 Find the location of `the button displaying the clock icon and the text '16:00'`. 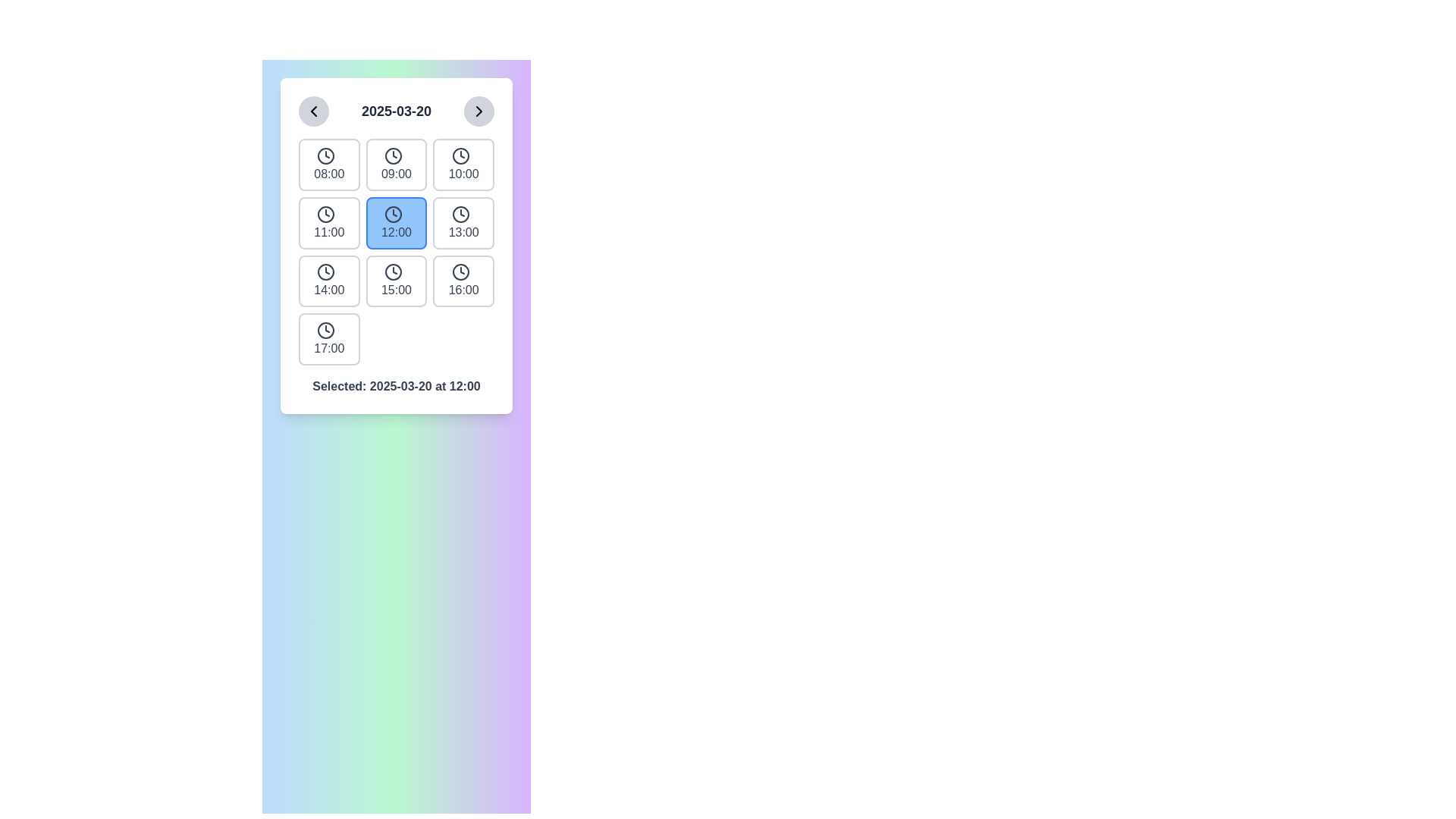

the button displaying the clock icon and the text '16:00' is located at coordinates (463, 281).